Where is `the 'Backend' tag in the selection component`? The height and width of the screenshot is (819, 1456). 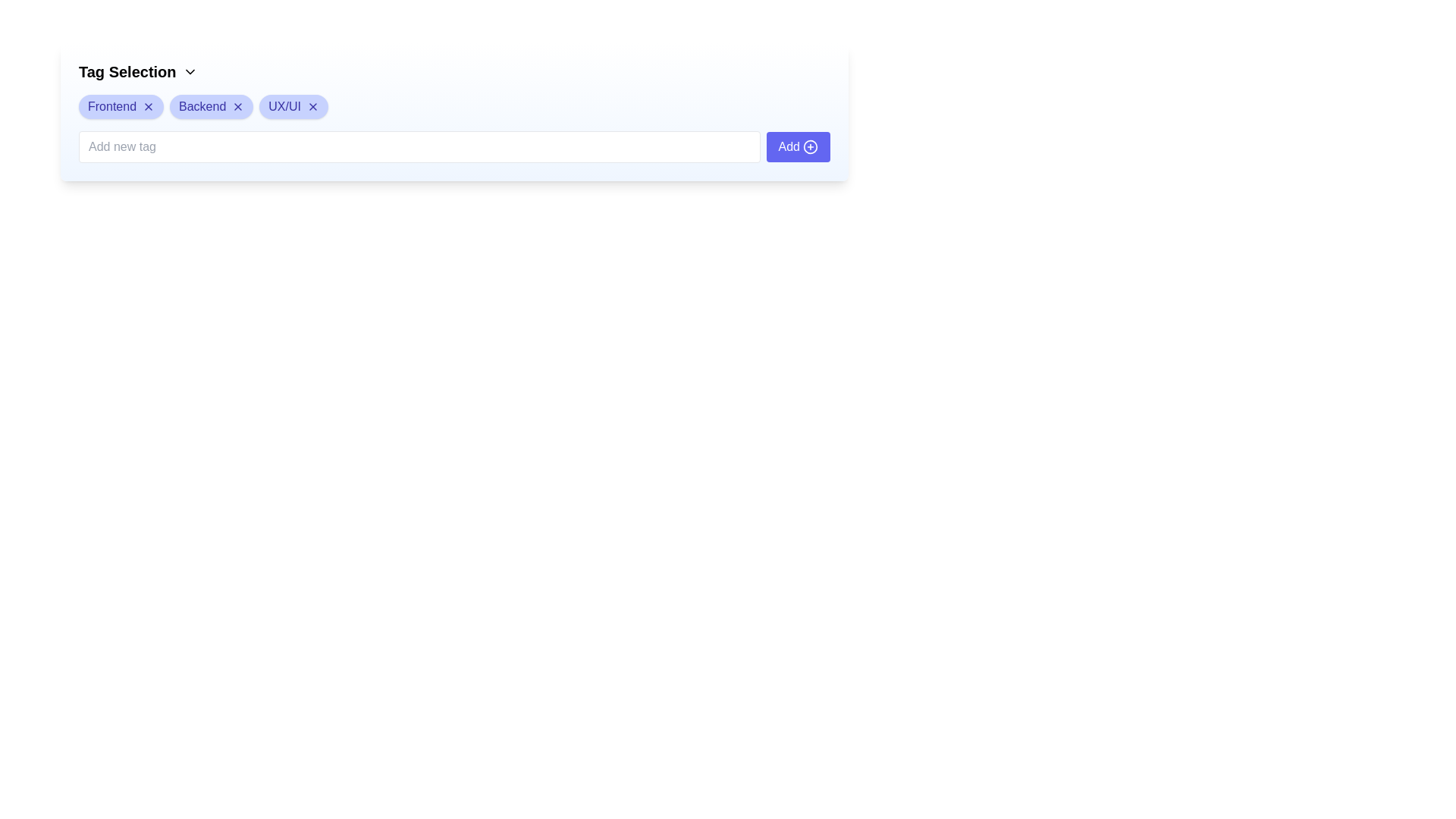 the 'Backend' tag in the selection component is located at coordinates (211, 106).